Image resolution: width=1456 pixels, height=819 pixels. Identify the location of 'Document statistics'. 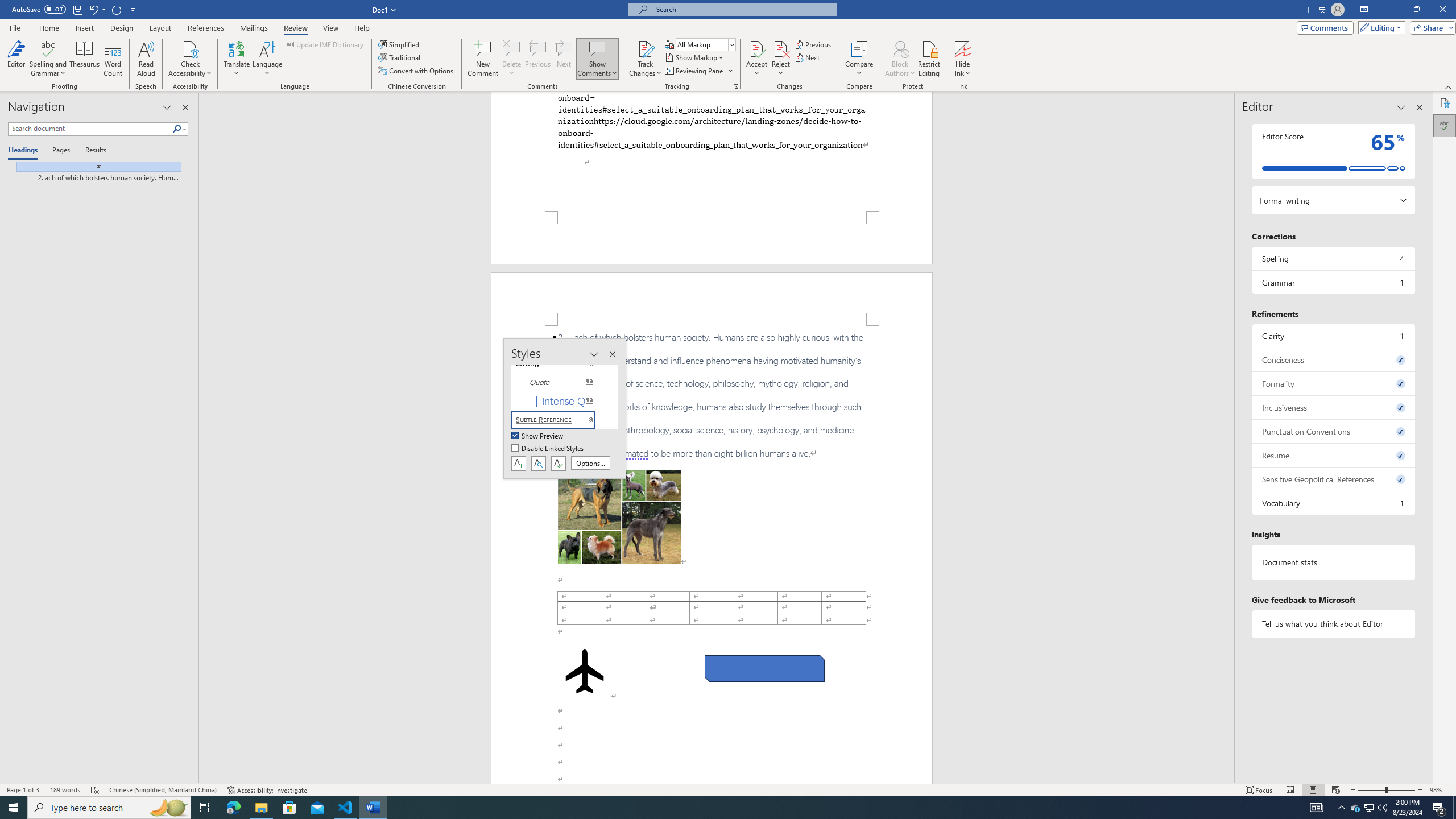
(1333, 562).